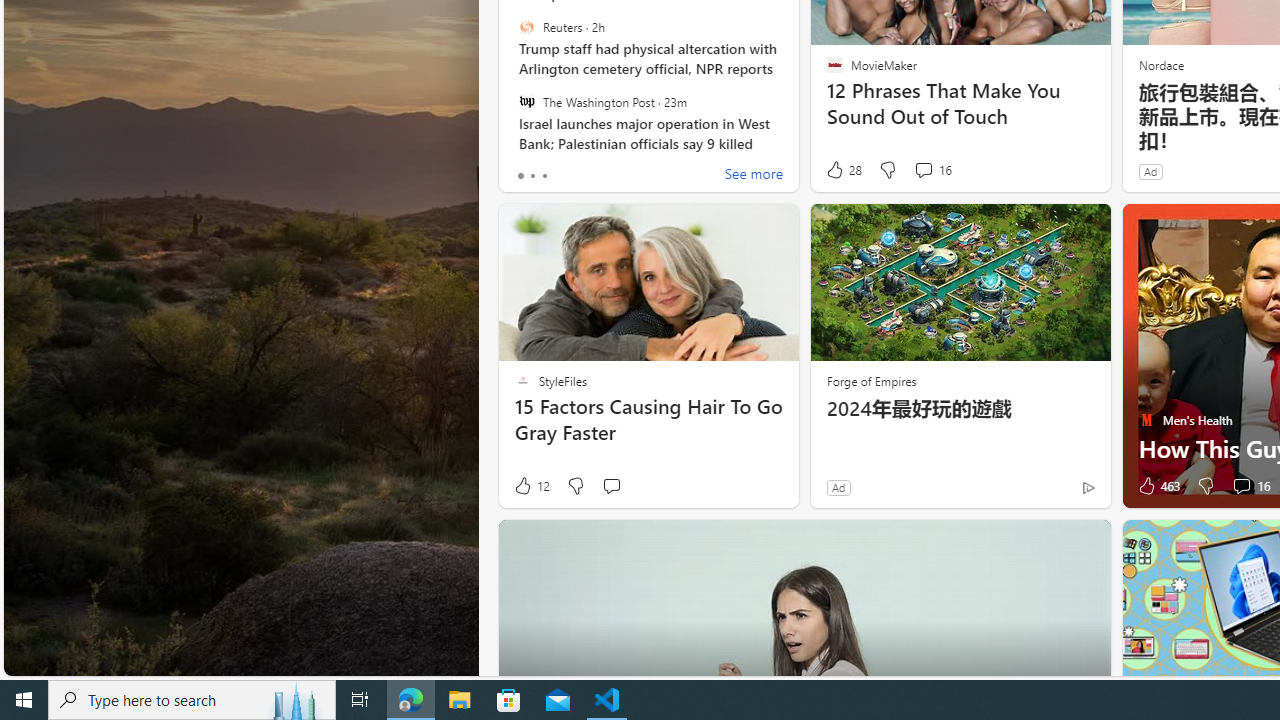 The image size is (1280, 720). Describe the element at coordinates (520, 175) in the screenshot. I see `'tab-0'` at that location.